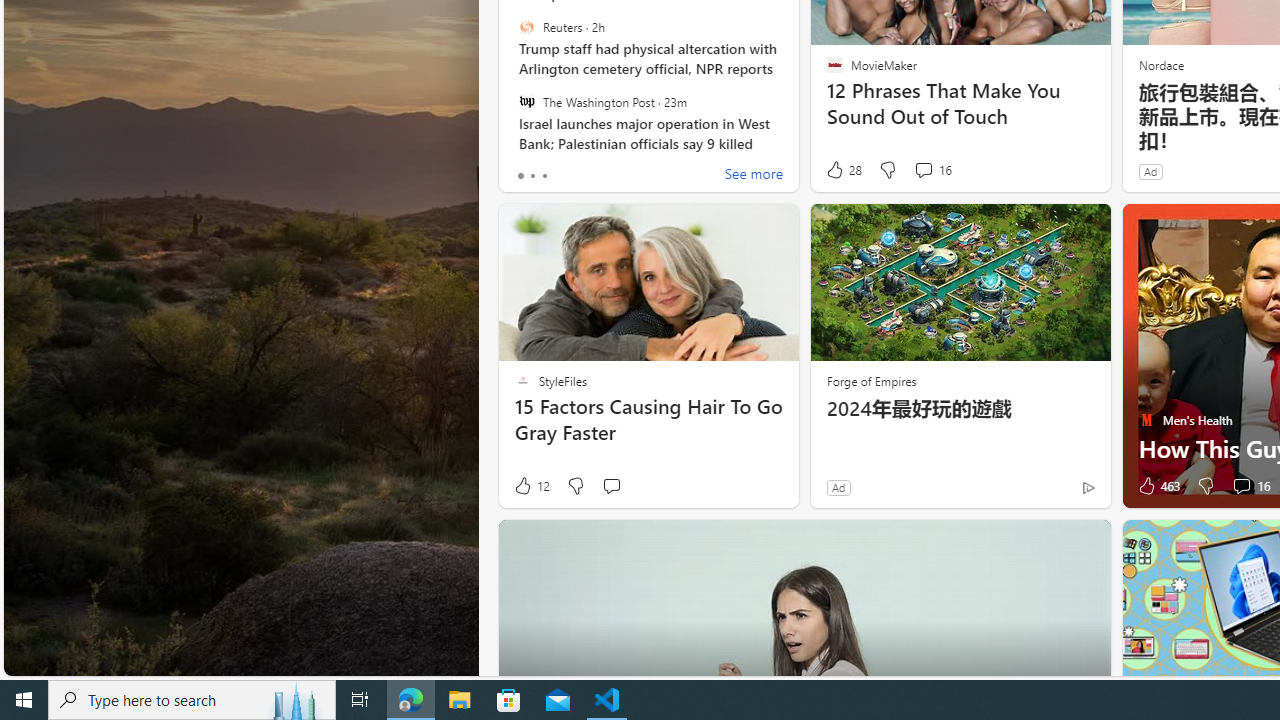 The image size is (1280, 720). Describe the element at coordinates (520, 175) in the screenshot. I see `'tab-0'` at that location.